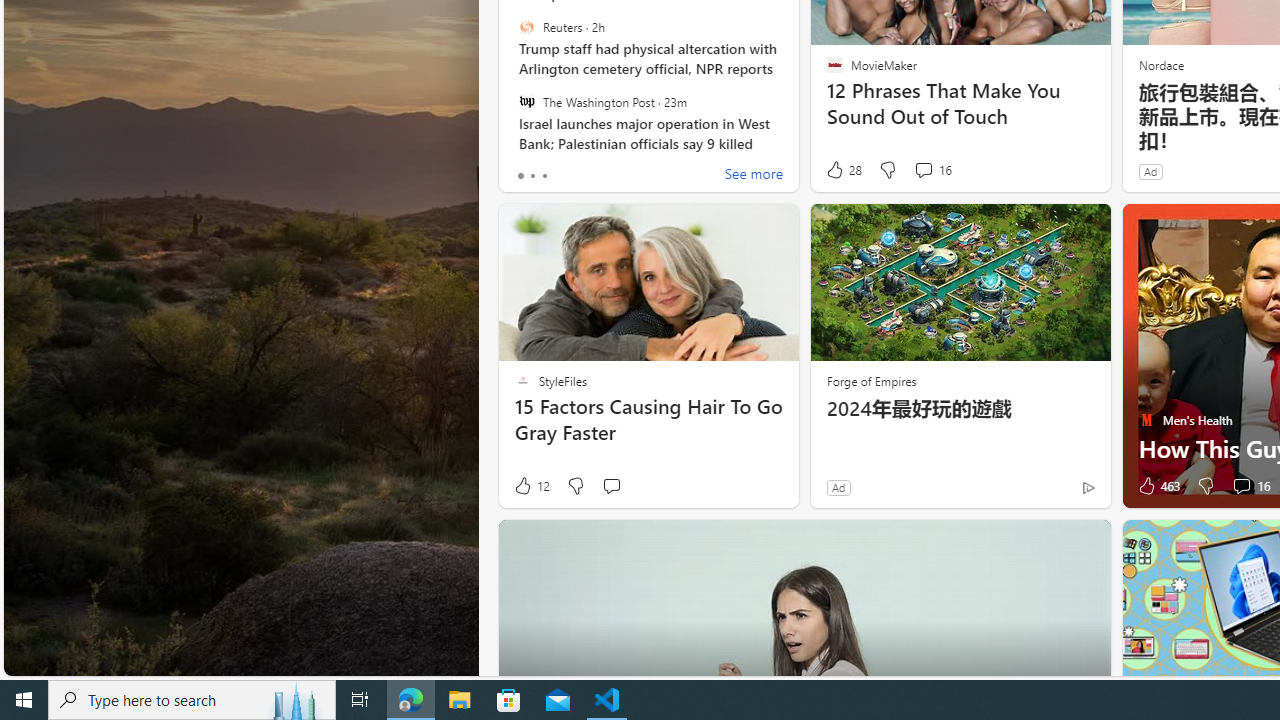 The image size is (1280, 720). Describe the element at coordinates (520, 175) in the screenshot. I see `'tab-0'` at that location.